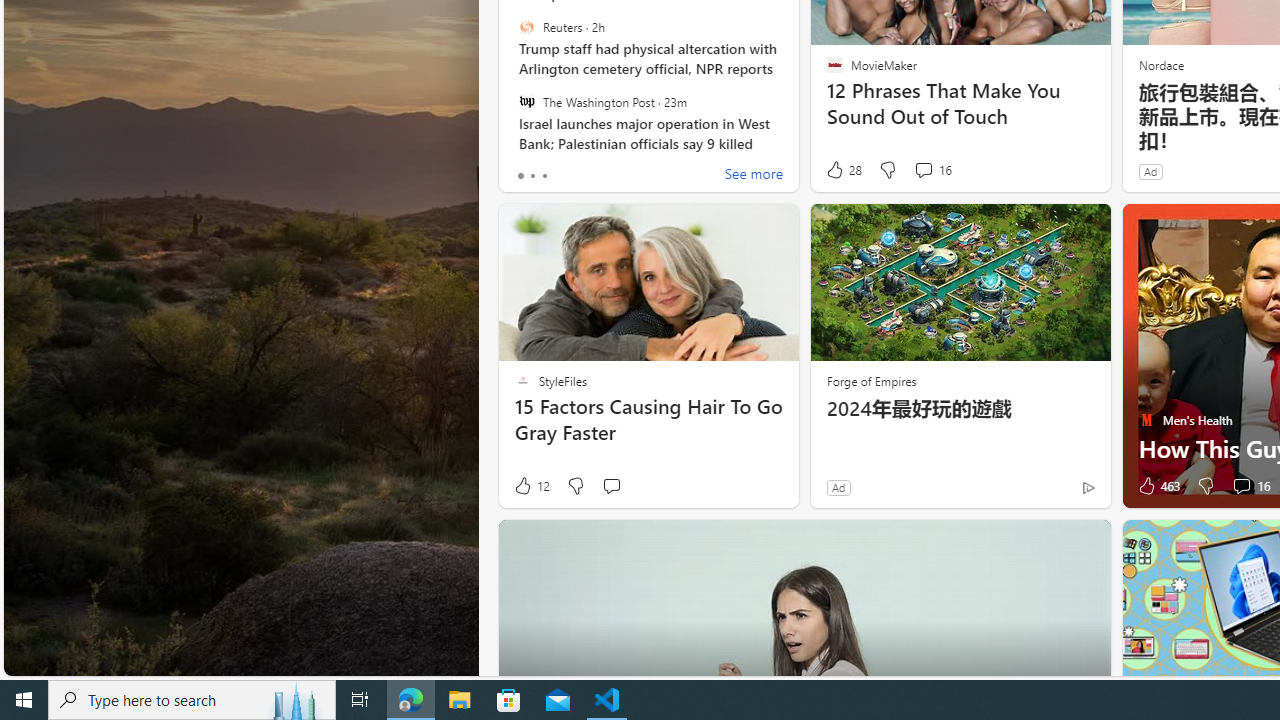 The image size is (1280, 720). Describe the element at coordinates (520, 175) in the screenshot. I see `'tab-0'` at that location.